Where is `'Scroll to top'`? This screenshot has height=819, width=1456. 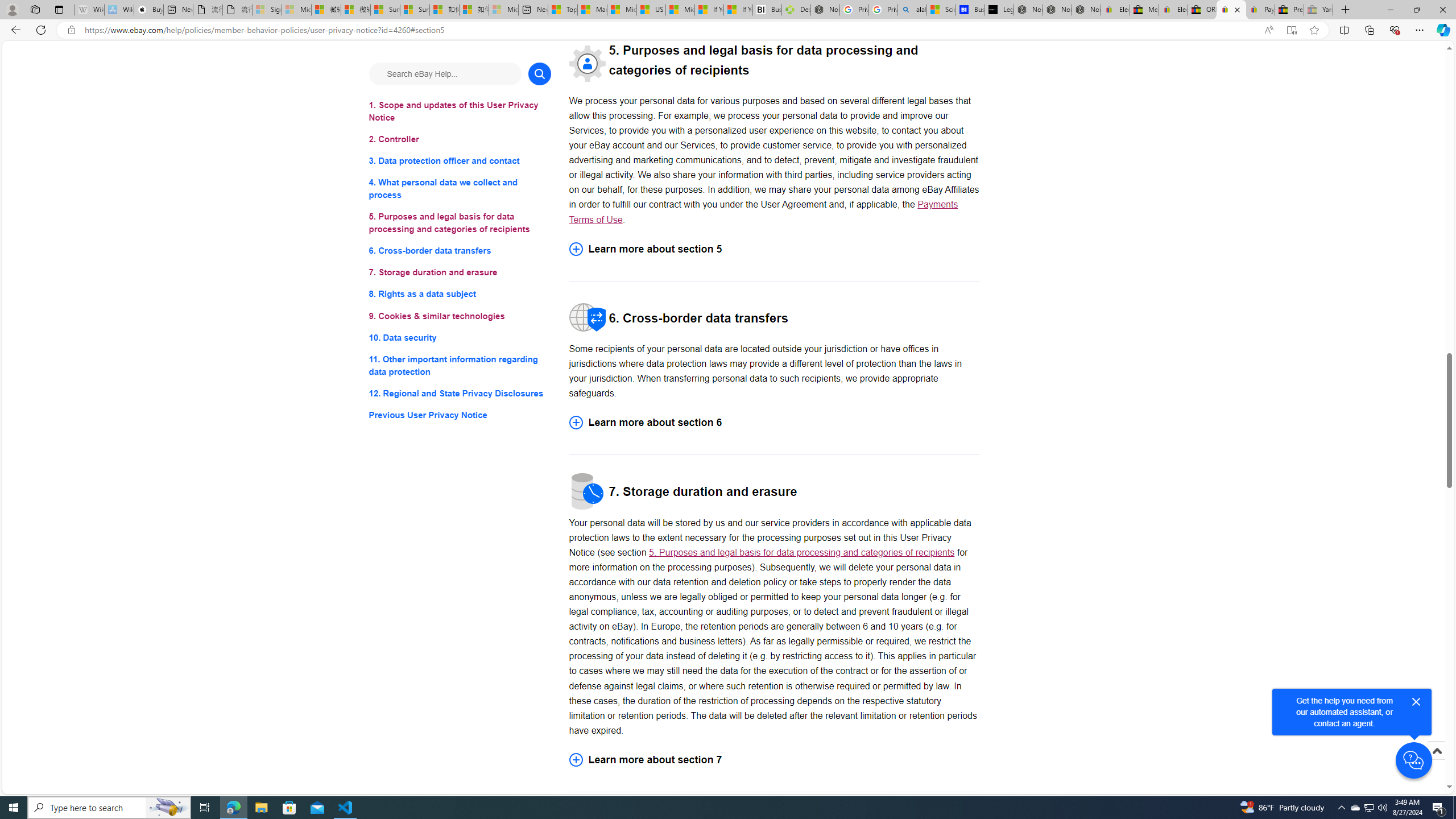
'Scroll to top' is located at coordinates (1436, 762).